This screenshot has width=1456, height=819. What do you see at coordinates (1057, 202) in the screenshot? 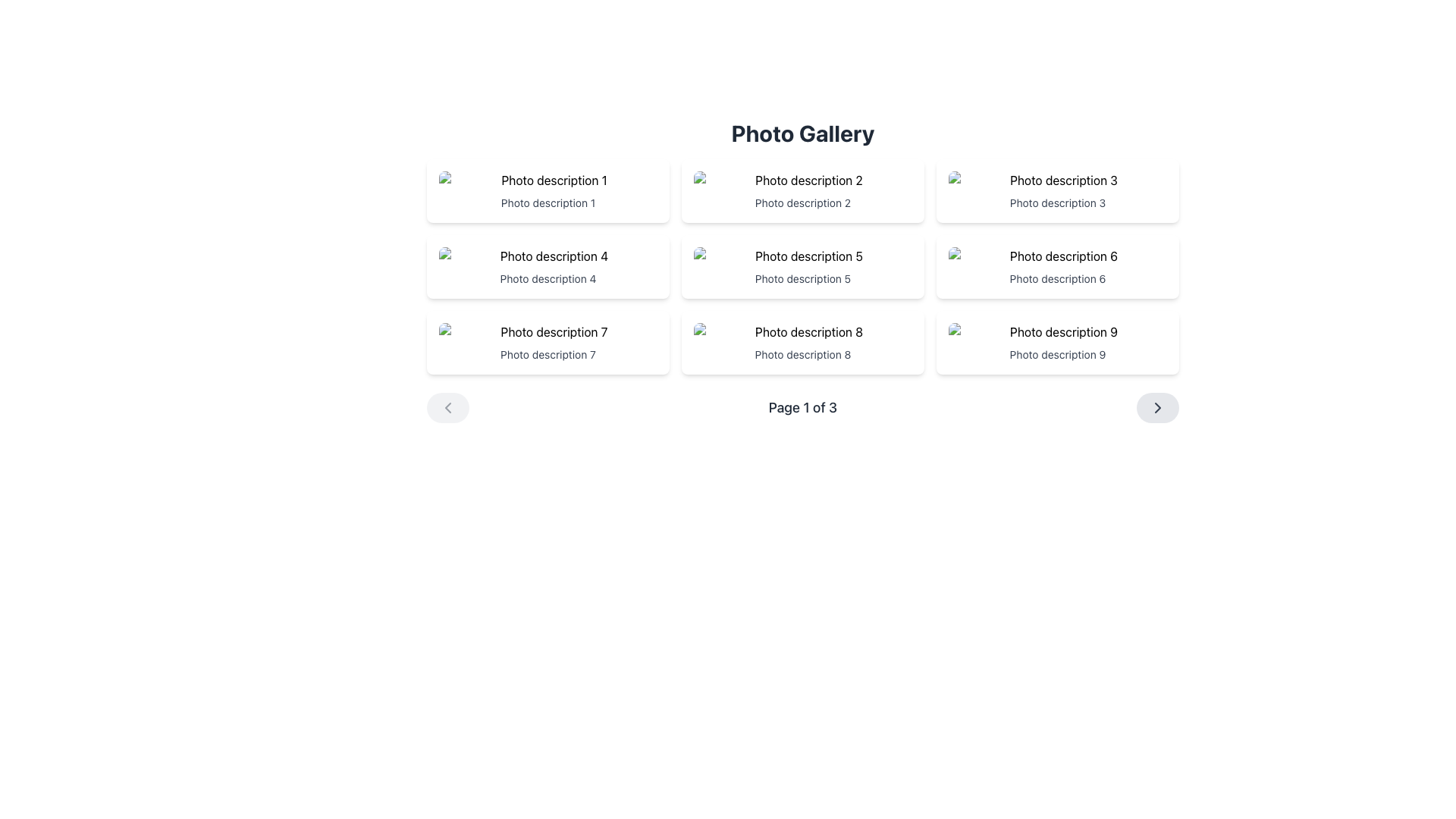
I see `the text label that describes 'Photo description 3', located below the image thumbnail in the third photo card from the left` at bounding box center [1057, 202].